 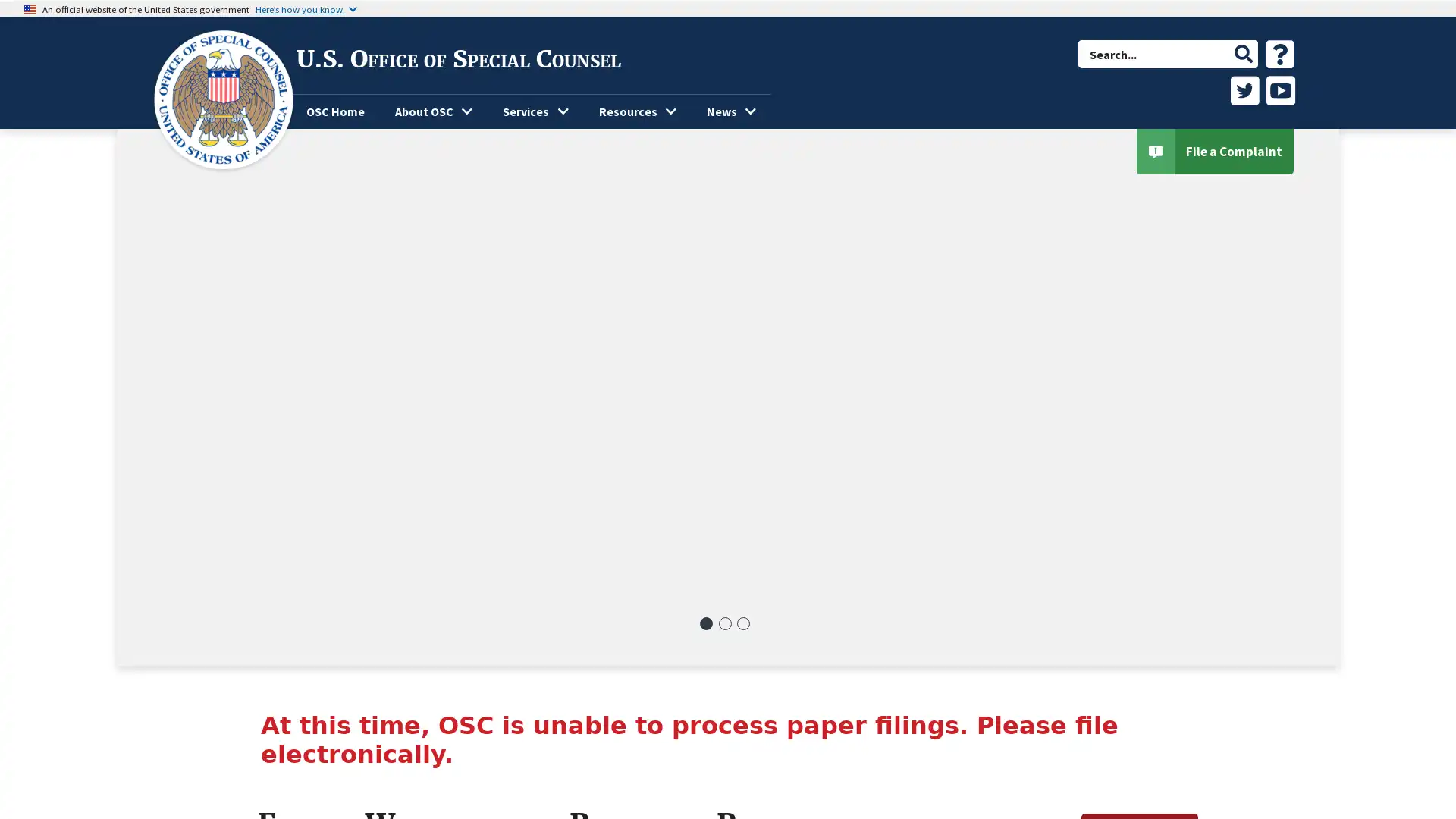 What do you see at coordinates (432, 111) in the screenshot?
I see `About OSC` at bounding box center [432, 111].